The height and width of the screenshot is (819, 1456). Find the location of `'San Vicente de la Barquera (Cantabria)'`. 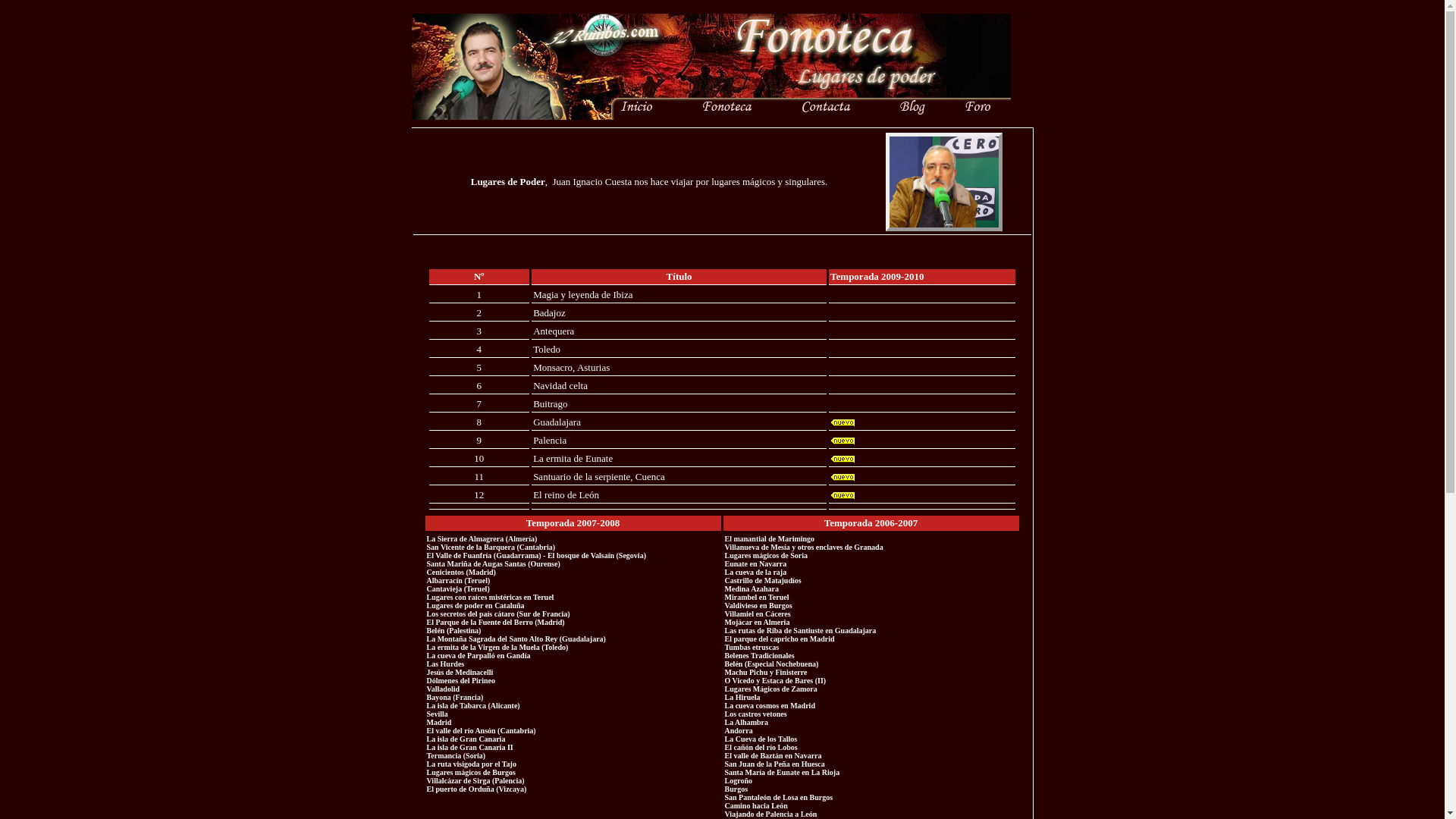

'San Vicente de la Barquera (Cantabria)' is located at coordinates (491, 547).